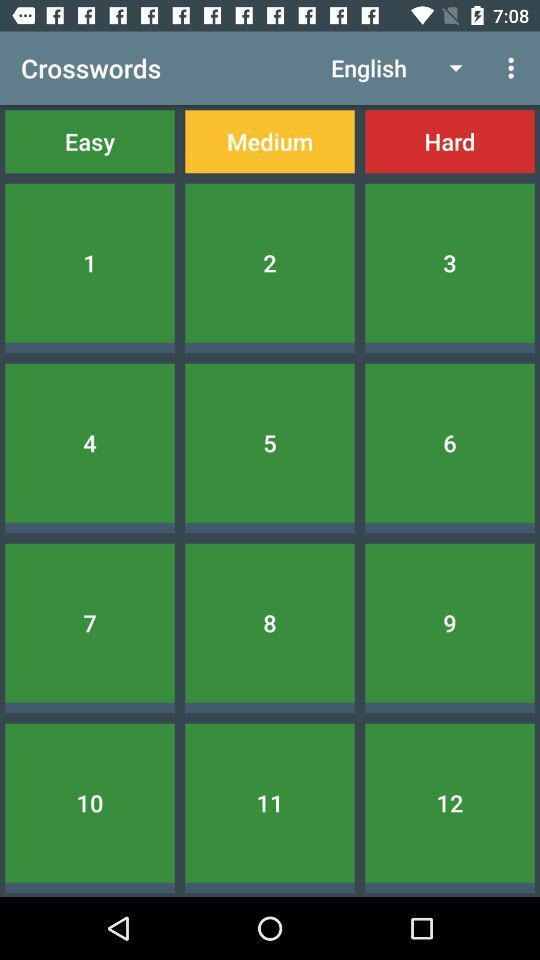  I want to click on icon to the right of english icon, so click(513, 68).